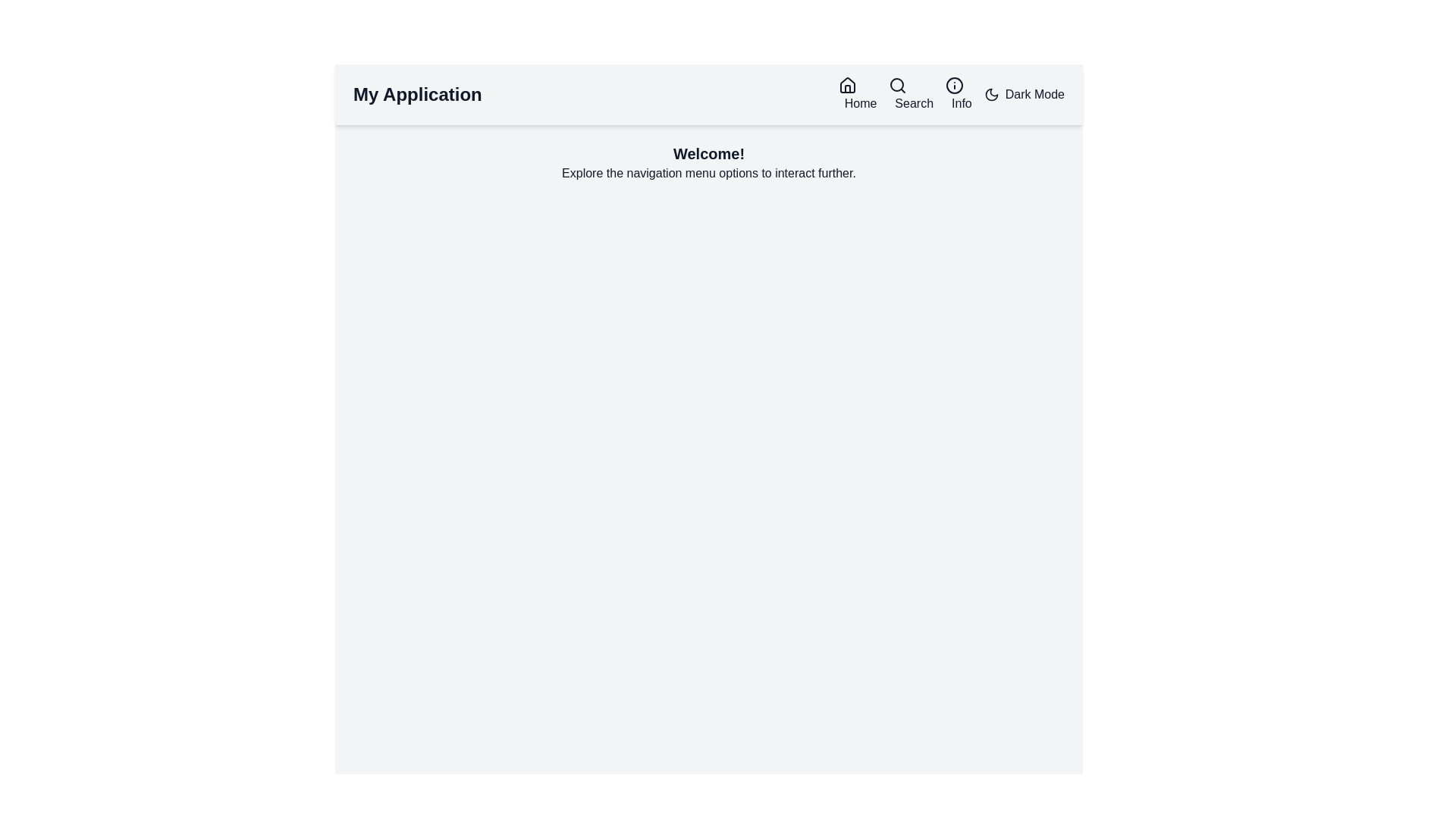 This screenshot has height=819, width=1456. I want to click on the text element displaying the message 'Explore the navigation menu options to interact further.' which is positioned beneath the header 'Welcome!', so click(708, 172).